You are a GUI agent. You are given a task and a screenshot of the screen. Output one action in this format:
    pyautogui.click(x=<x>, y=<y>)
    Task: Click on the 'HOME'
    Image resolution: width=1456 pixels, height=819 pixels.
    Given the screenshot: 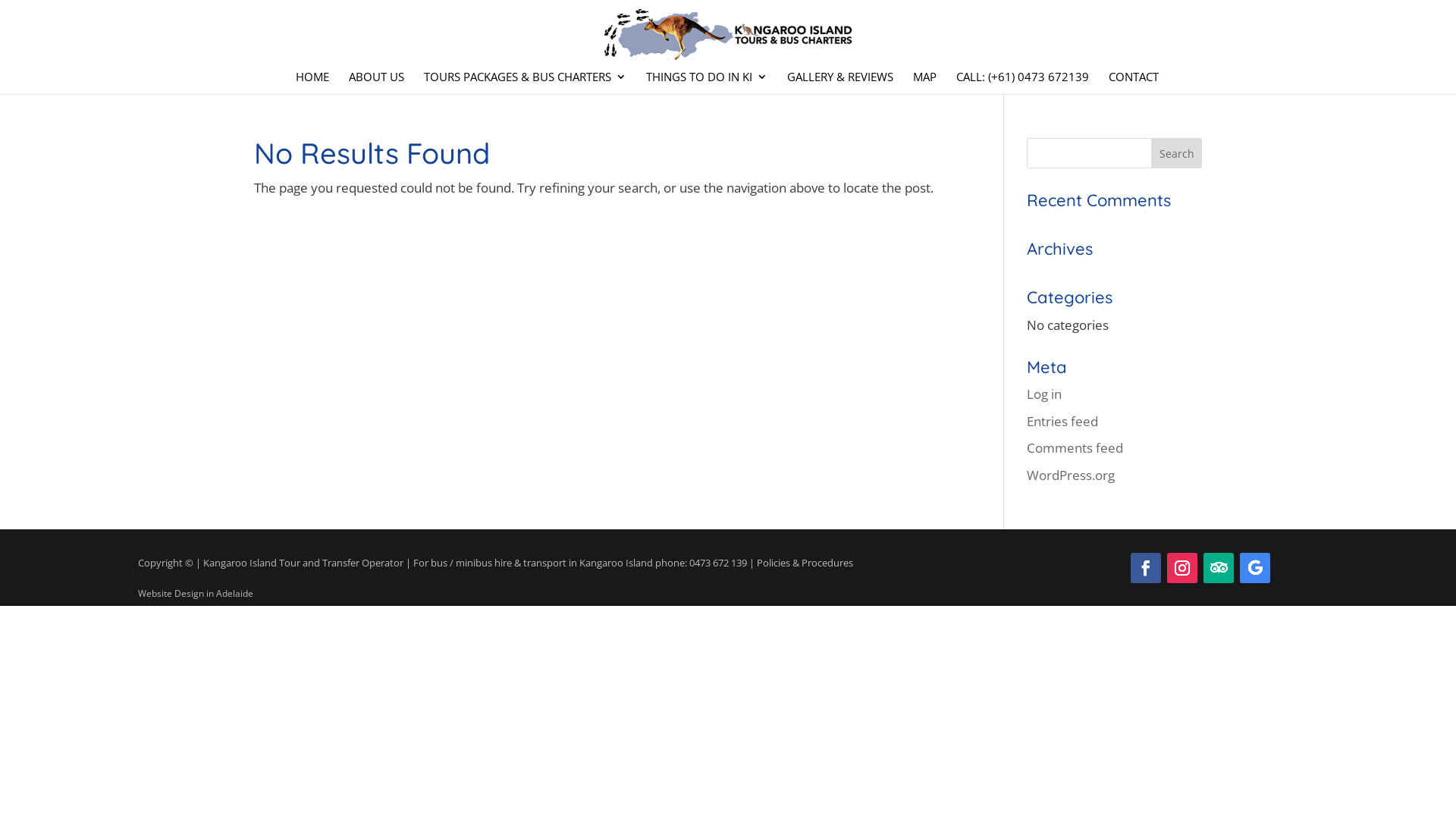 What is the action you would take?
    pyautogui.click(x=312, y=82)
    